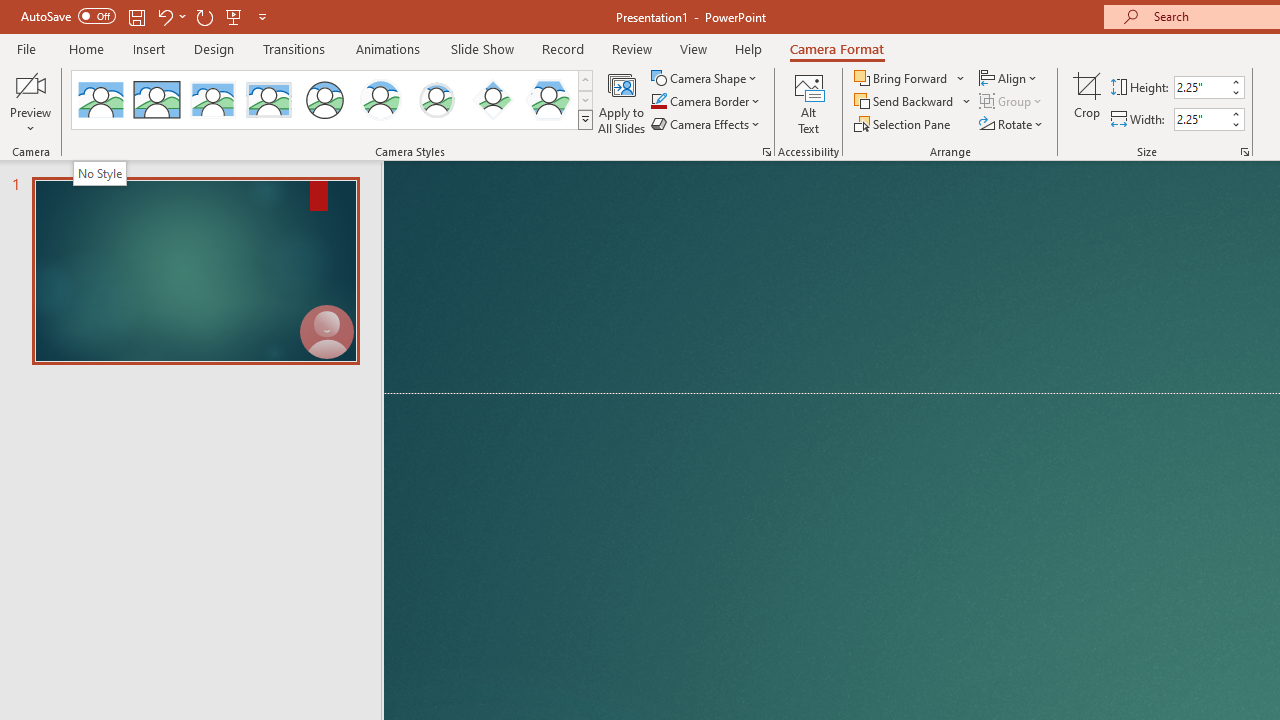 Image resolution: width=1280 pixels, height=720 pixels. I want to click on 'Bring Forward', so click(901, 77).